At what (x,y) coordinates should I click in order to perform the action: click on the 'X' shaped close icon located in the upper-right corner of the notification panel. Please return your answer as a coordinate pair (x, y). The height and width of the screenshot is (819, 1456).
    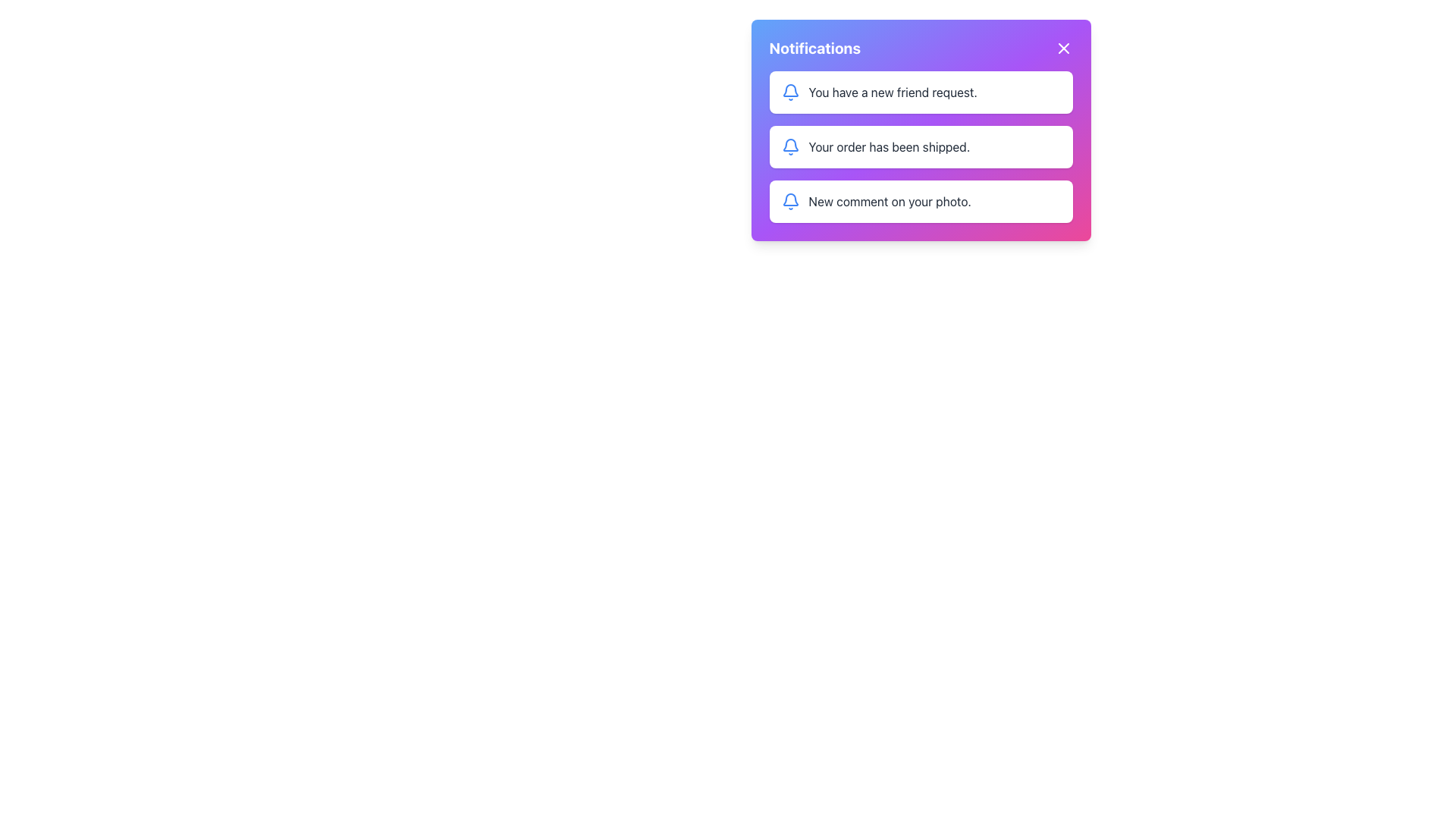
    Looking at the image, I should click on (1062, 48).